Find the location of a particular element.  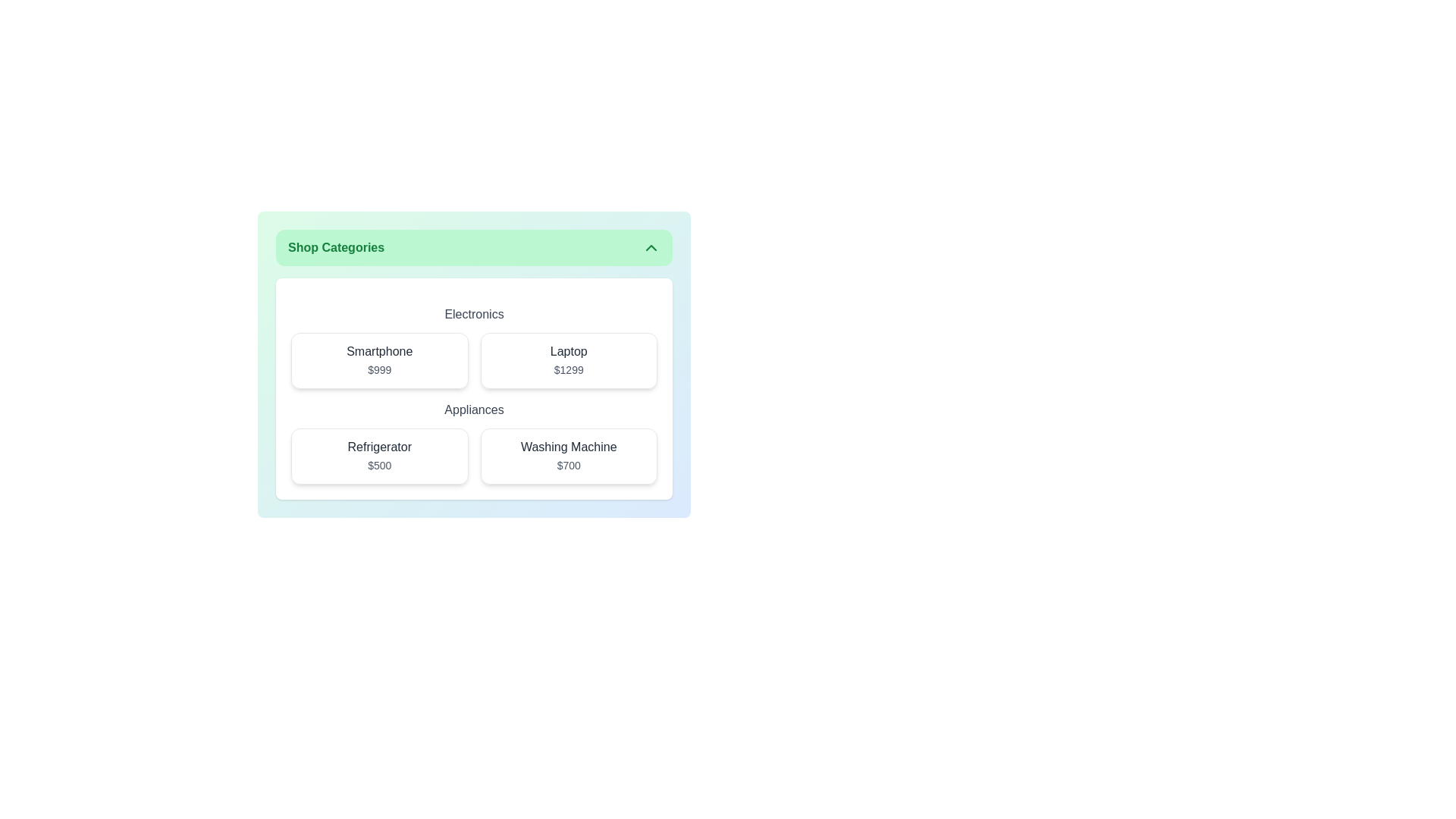

the 'Smartphone' text label that indicates the product name, positioned at the top of its card structure in the 'Electronics' section of the 'Shop Categories' interface is located at coordinates (379, 351).